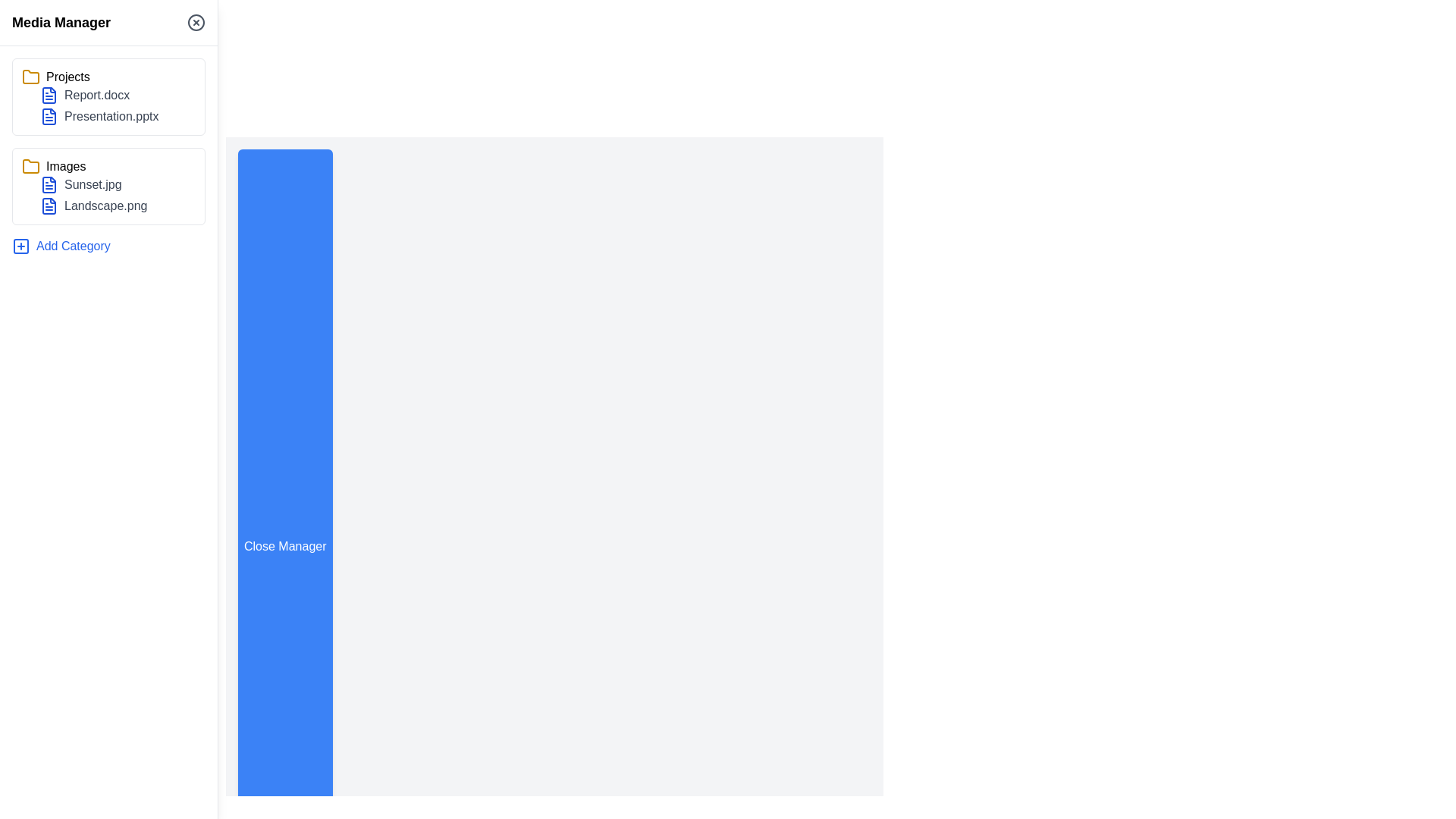 The height and width of the screenshot is (819, 1456). I want to click on the 'Projects' category icon located in the top-left corner of the interface to interact with the category, so click(31, 77).